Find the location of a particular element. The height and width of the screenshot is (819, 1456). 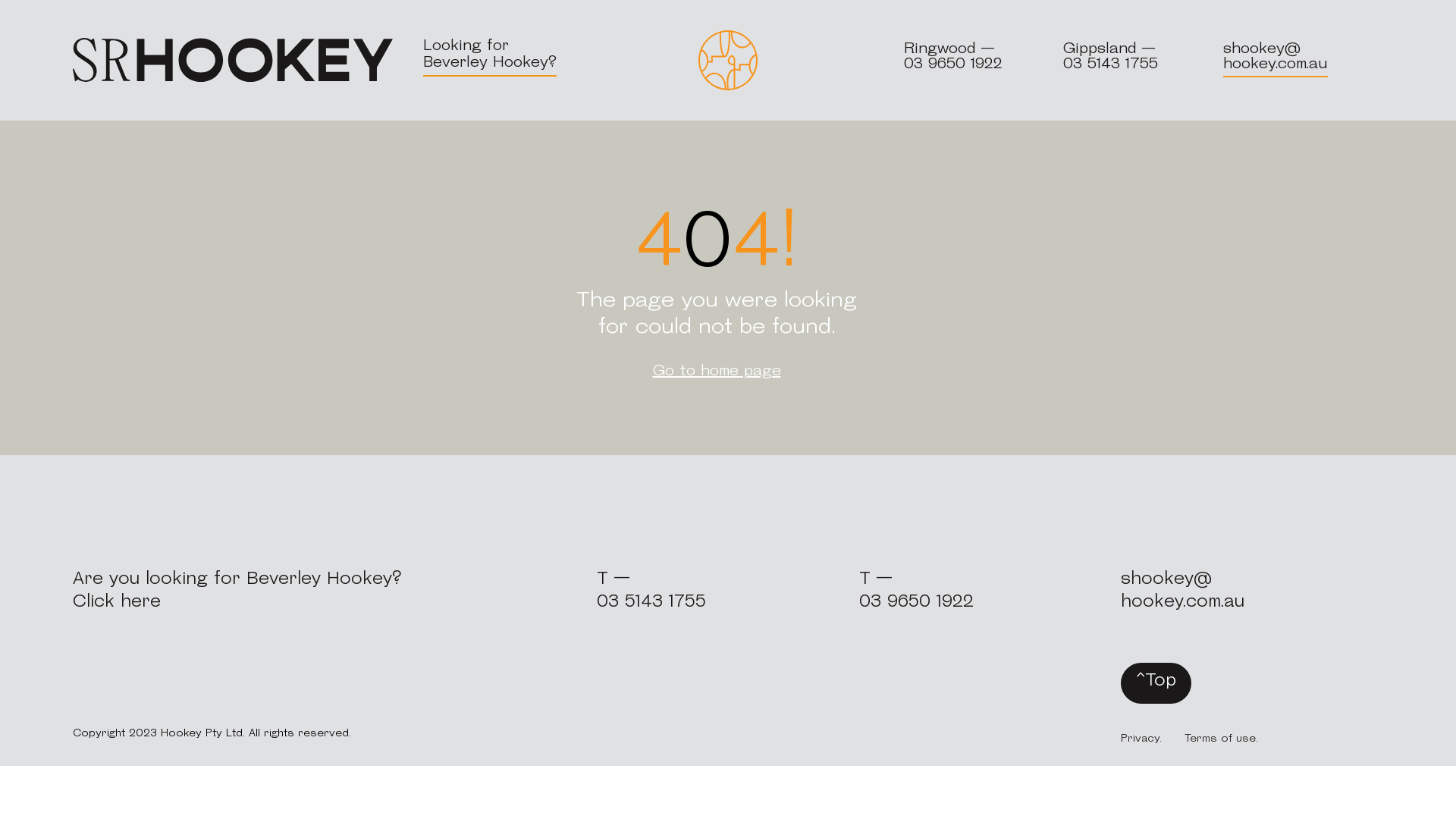

'Beverley Hookey?' is located at coordinates (490, 62).